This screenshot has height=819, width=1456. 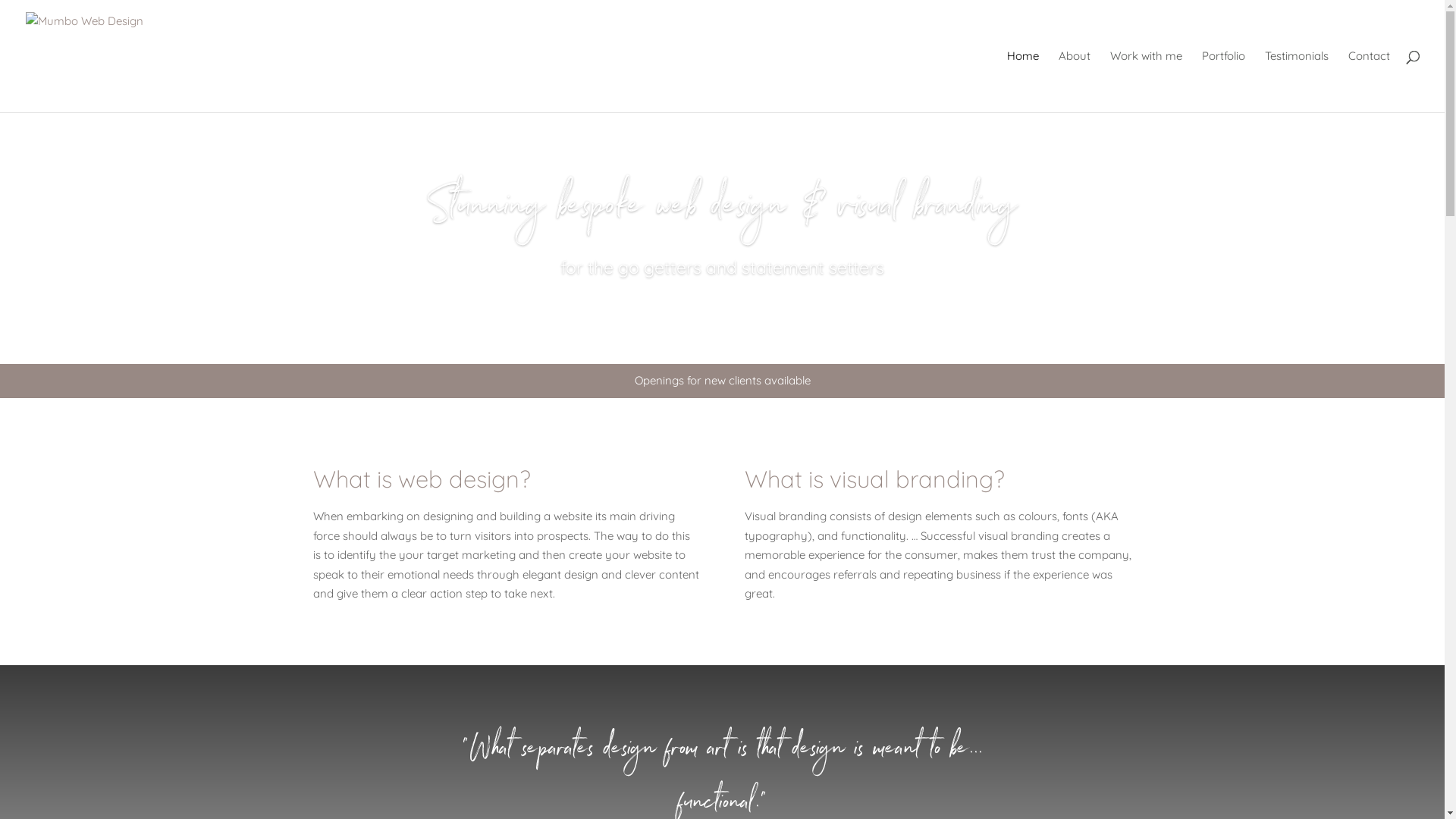 I want to click on 'Testimonials', so click(x=1295, y=81).